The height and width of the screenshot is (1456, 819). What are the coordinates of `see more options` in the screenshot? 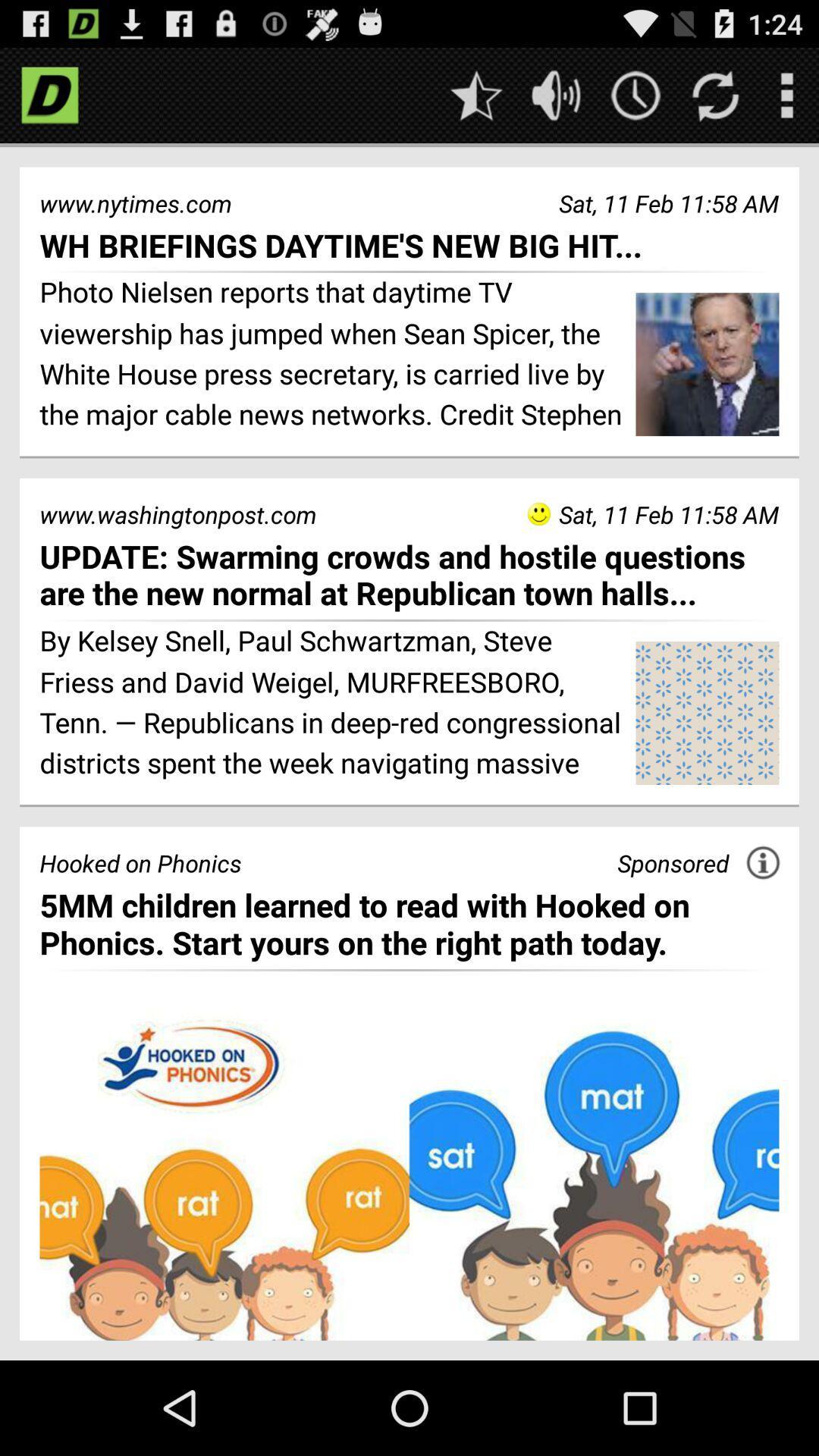 It's located at (786, 94).